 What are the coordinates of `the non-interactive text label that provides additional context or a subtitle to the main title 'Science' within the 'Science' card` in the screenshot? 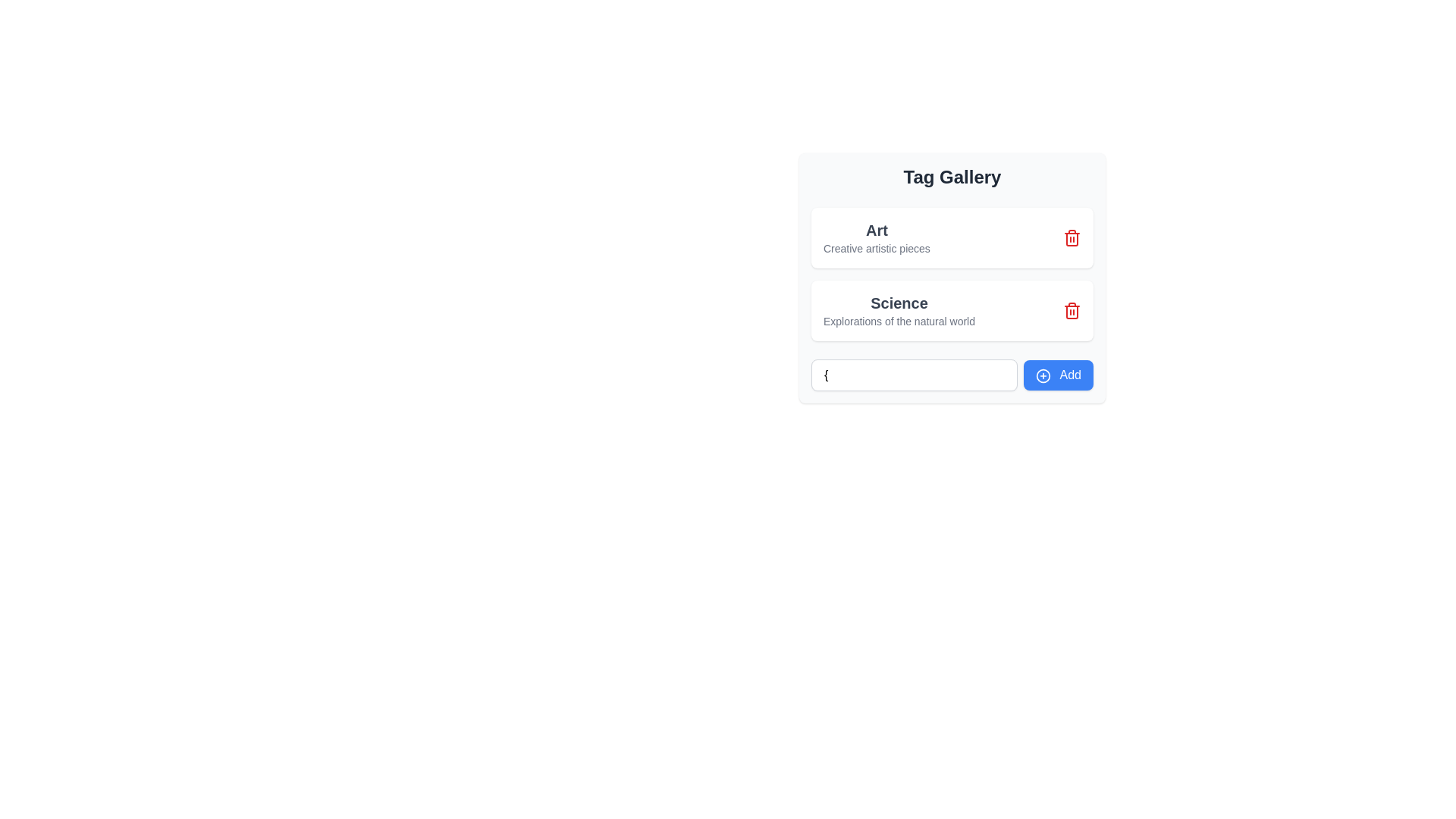 It's located at (899, 321).